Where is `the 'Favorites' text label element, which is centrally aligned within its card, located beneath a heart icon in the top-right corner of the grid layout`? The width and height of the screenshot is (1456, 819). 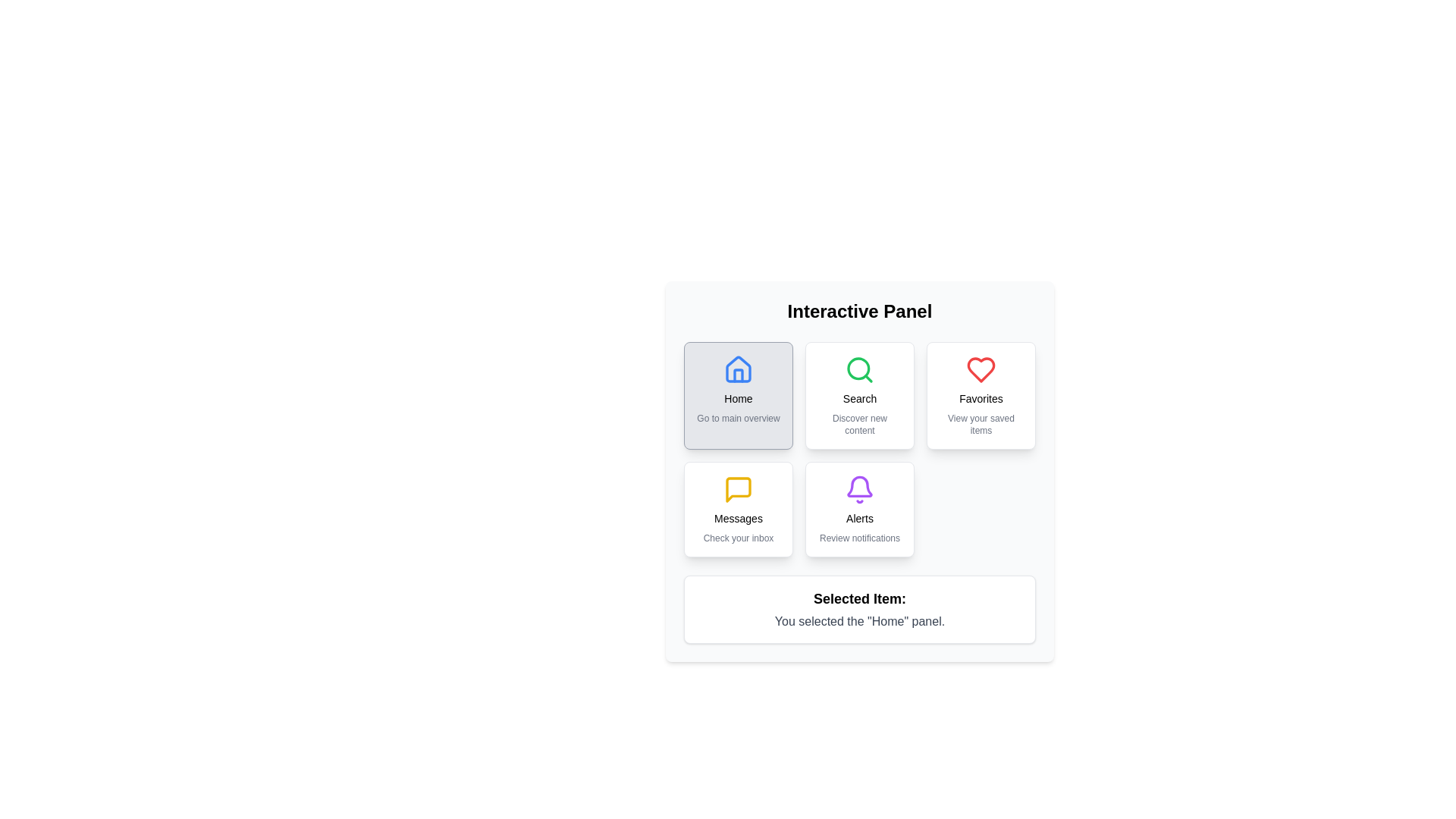 the 'Favorites' text label element, which is centrally aligned within its card, located beneath a heart icon in the top-right corner of the grid layout is located at coordinates (981, 397).